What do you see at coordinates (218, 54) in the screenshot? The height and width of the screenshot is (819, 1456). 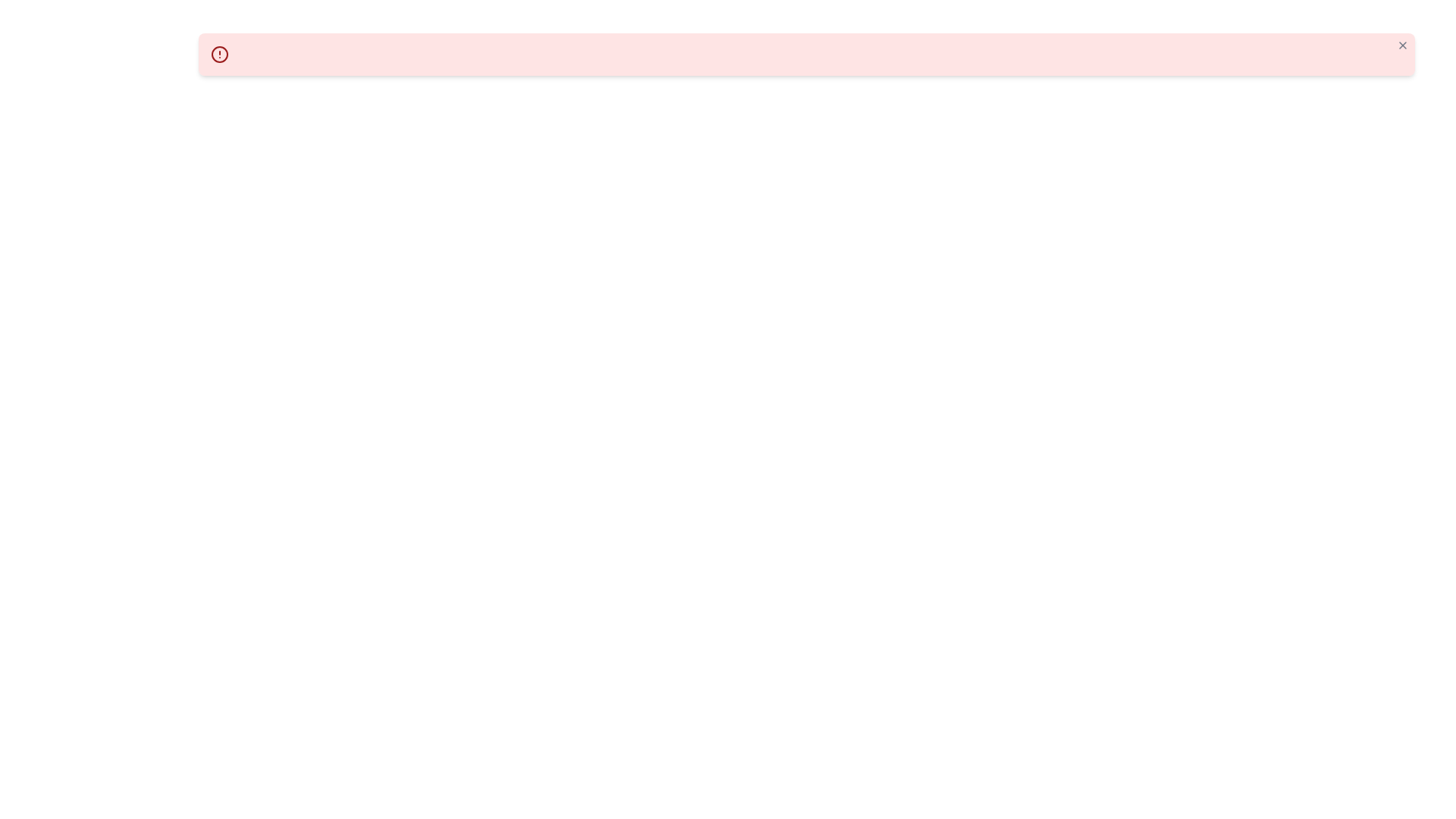 I see `the circle element of the alert icon within the SVG graphic` at bounding box center [218, 54].